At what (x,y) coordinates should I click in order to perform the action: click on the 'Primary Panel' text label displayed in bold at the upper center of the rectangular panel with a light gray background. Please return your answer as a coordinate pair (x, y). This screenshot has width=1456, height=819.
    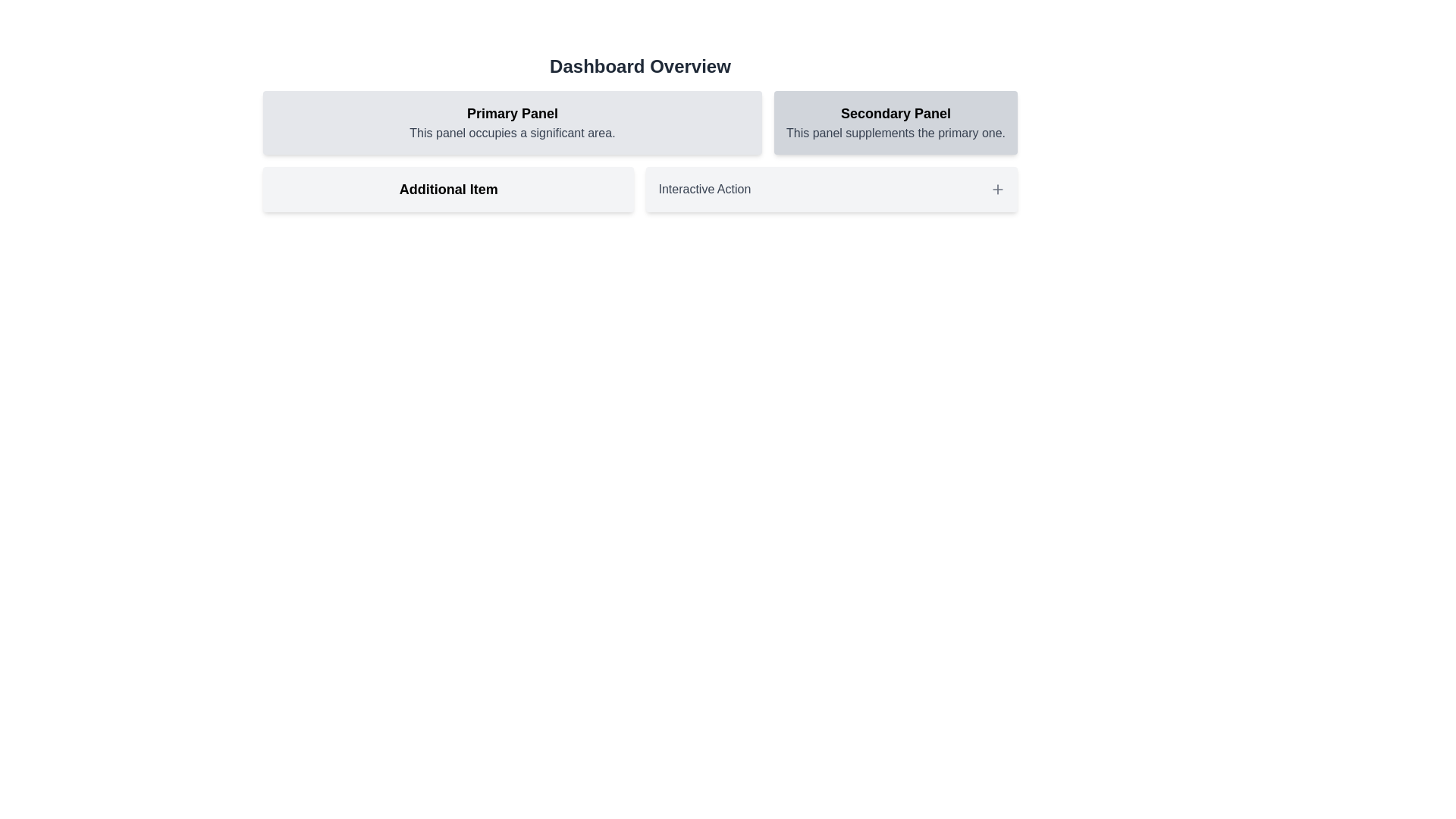
    Looking at the image, I should click on (513, 113).